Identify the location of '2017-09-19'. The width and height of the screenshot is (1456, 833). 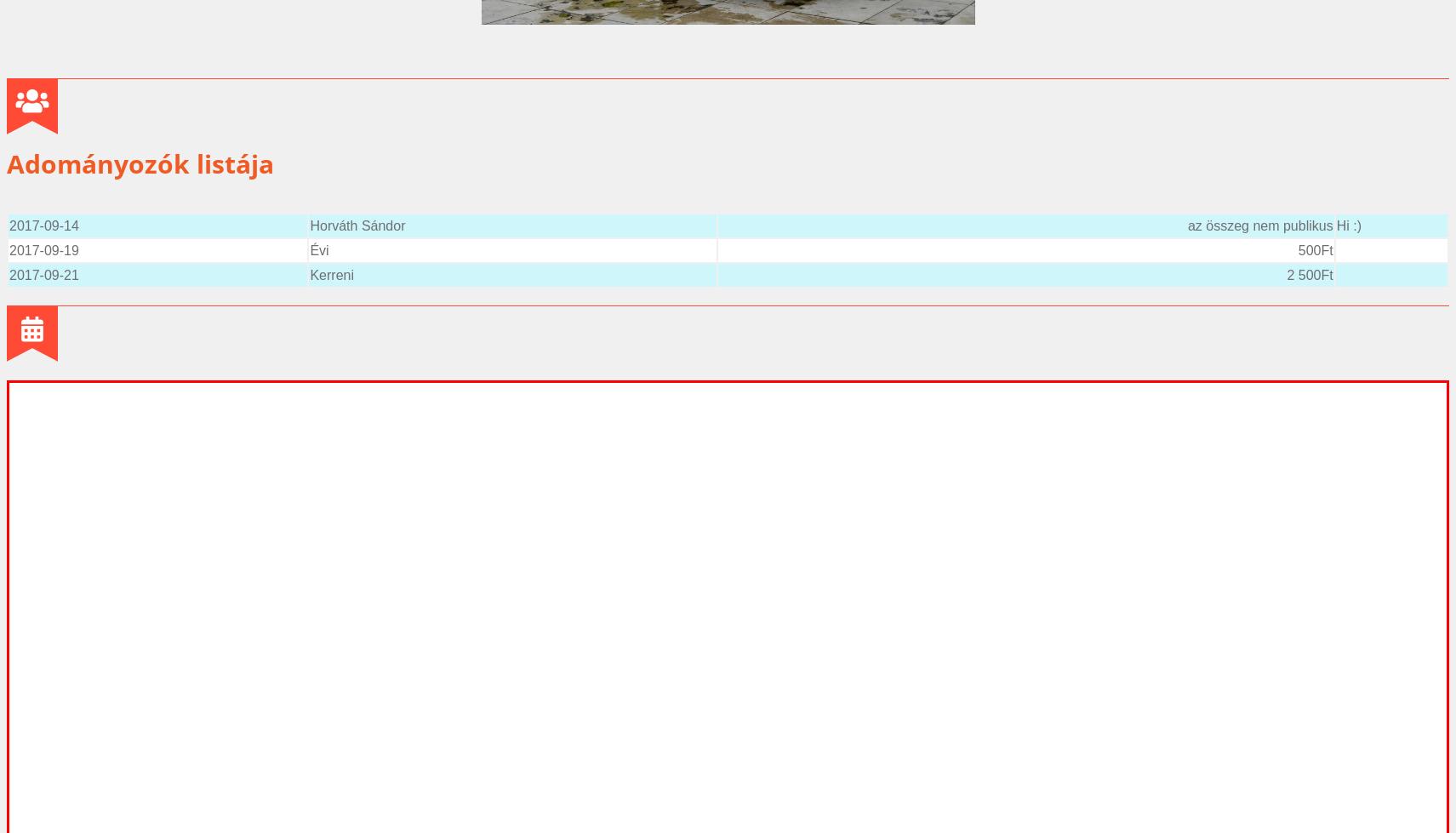
(43, 249).